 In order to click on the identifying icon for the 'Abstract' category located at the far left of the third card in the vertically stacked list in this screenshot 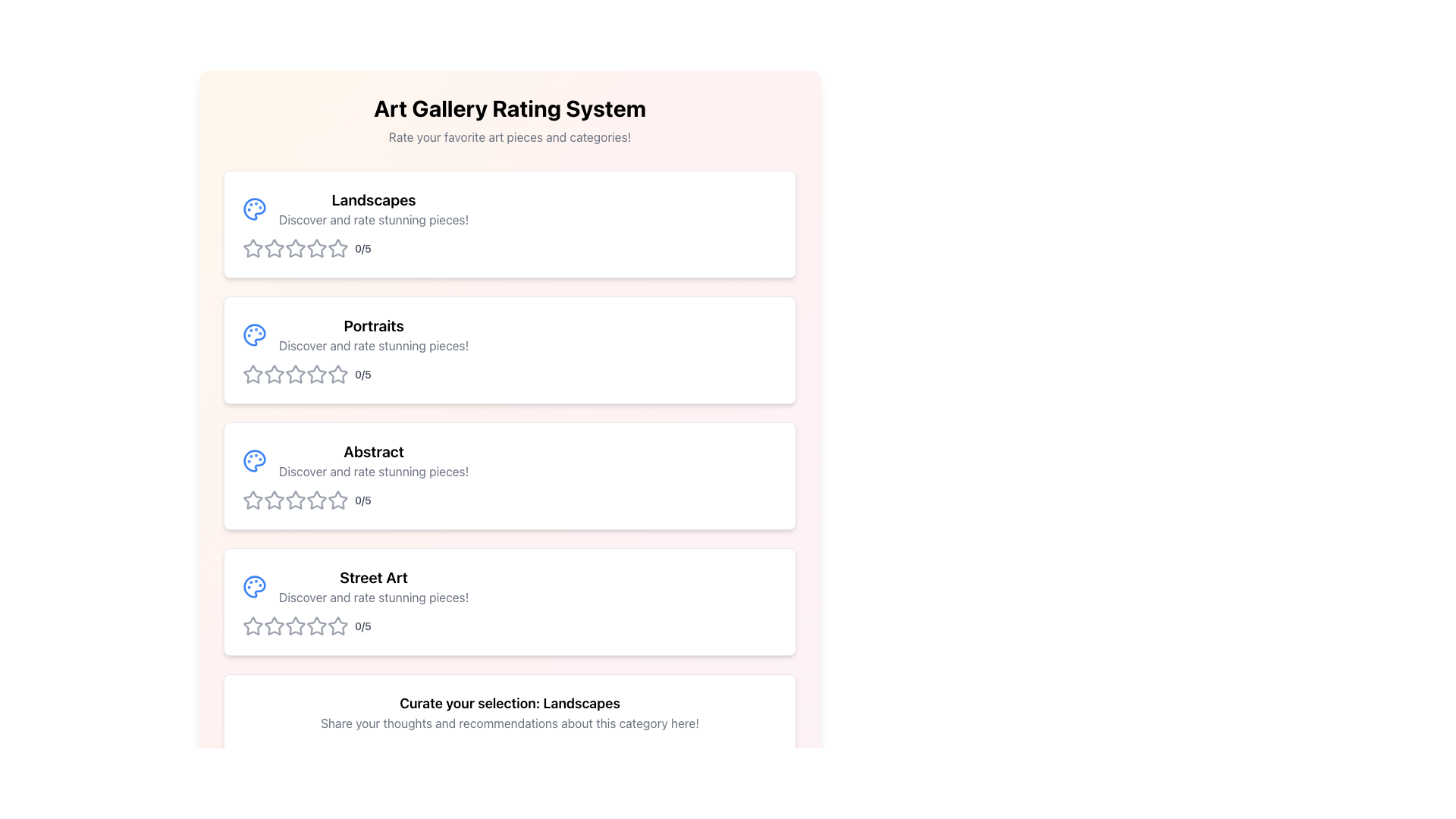, I will do `click(255, 460)`.